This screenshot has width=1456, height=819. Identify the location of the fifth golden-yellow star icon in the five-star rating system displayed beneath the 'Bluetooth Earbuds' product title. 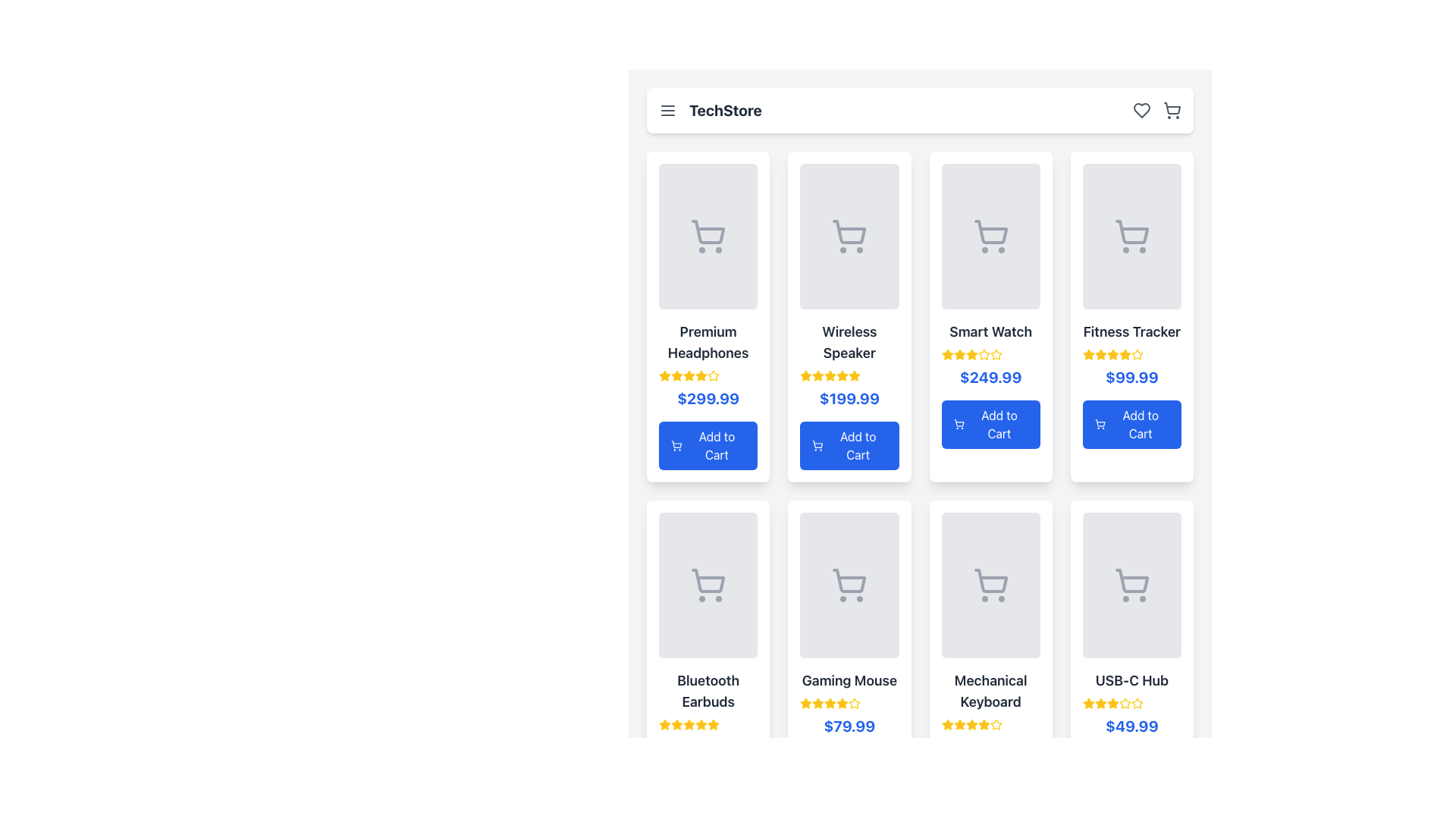
(701, 724).